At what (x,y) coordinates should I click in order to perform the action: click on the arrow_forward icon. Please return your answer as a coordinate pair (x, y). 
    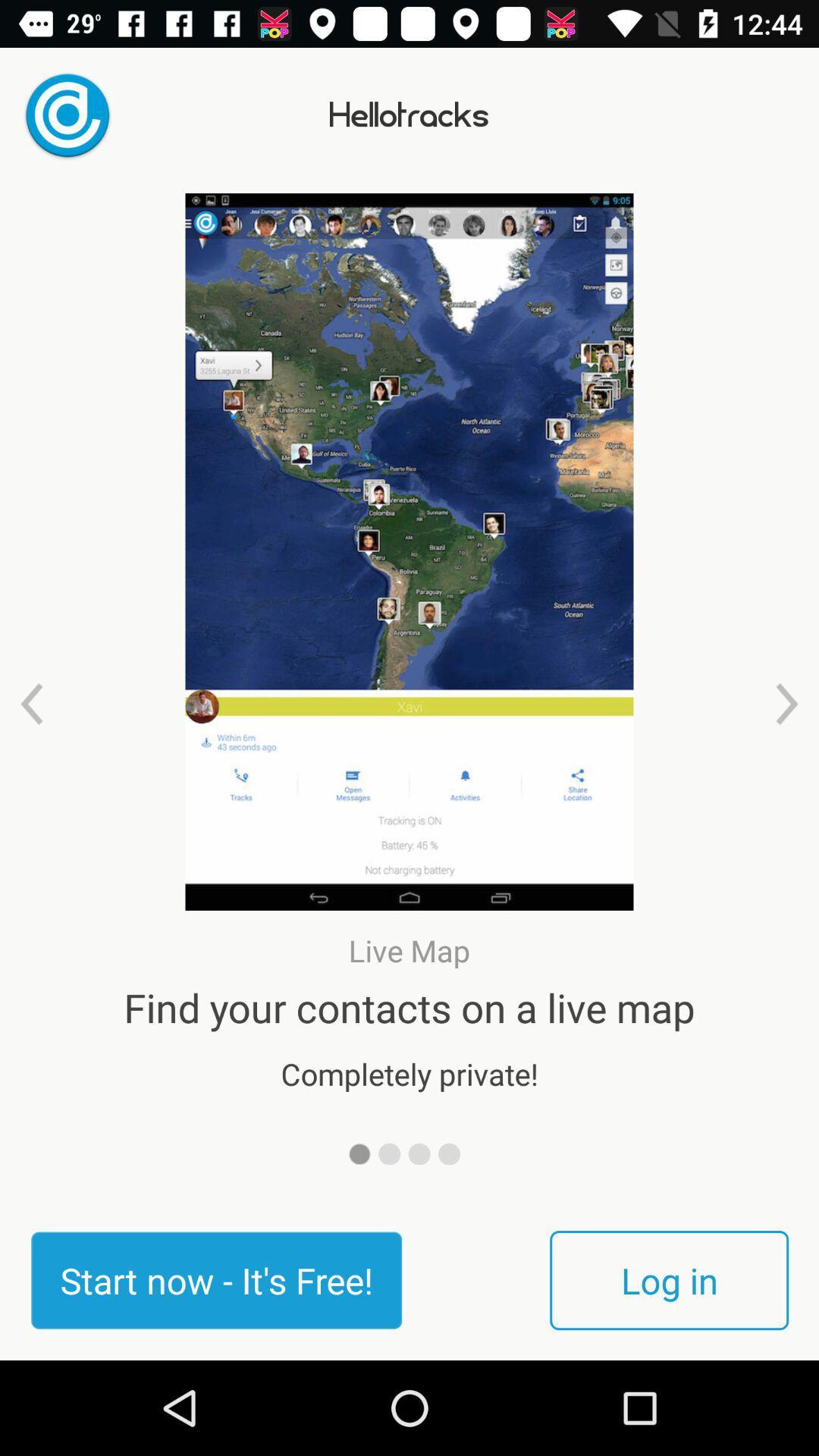
    Looking at the image, I should click on (786, 703).